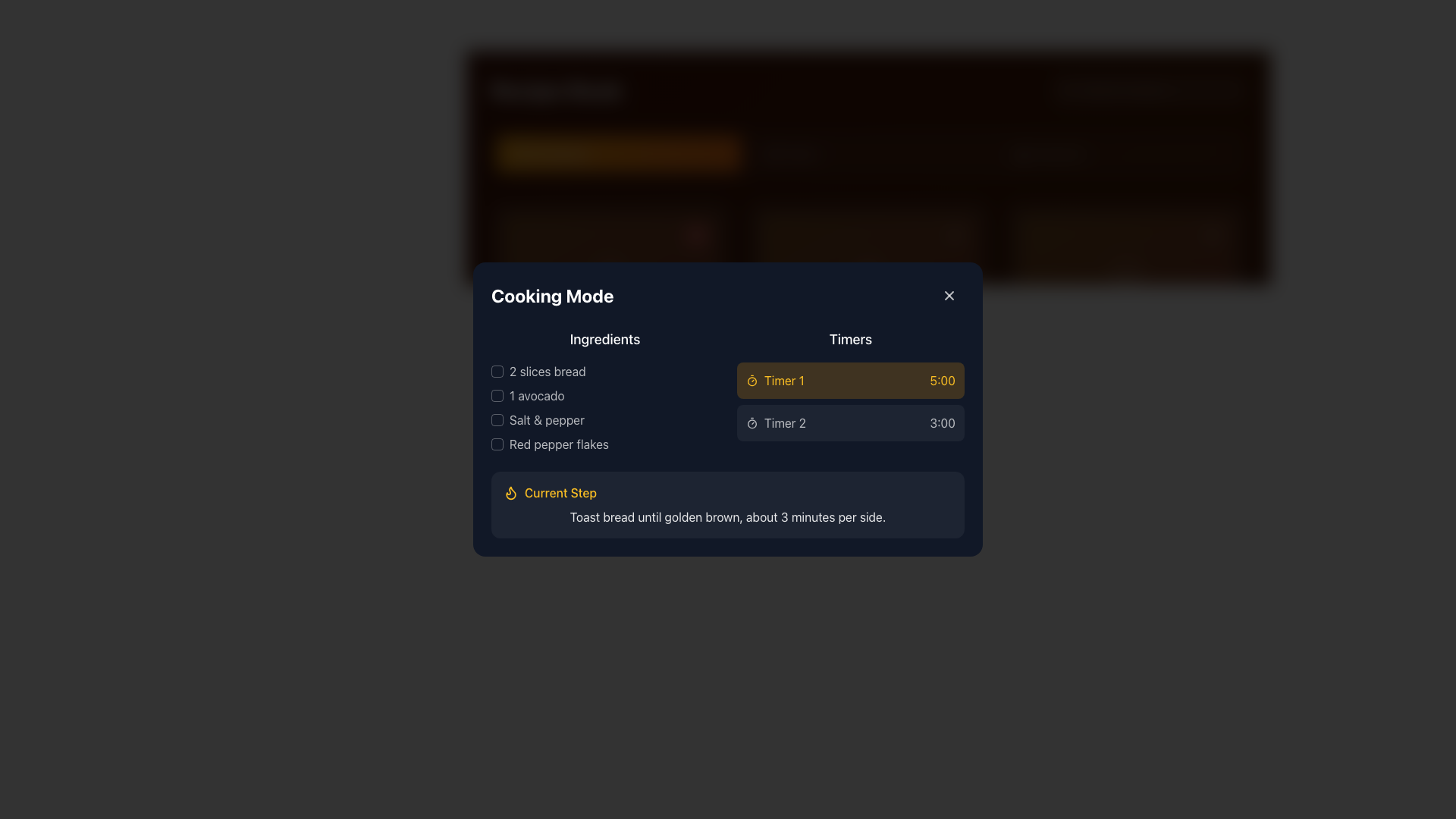 The height and width of the screenshot is (819, 1456). Describe the element at coordinates (767, 382) in the screenshot. I see `the circular clock-like icon located to the left of the text '25 mins' in the 'Cooking Mode' dialog box` at that location.